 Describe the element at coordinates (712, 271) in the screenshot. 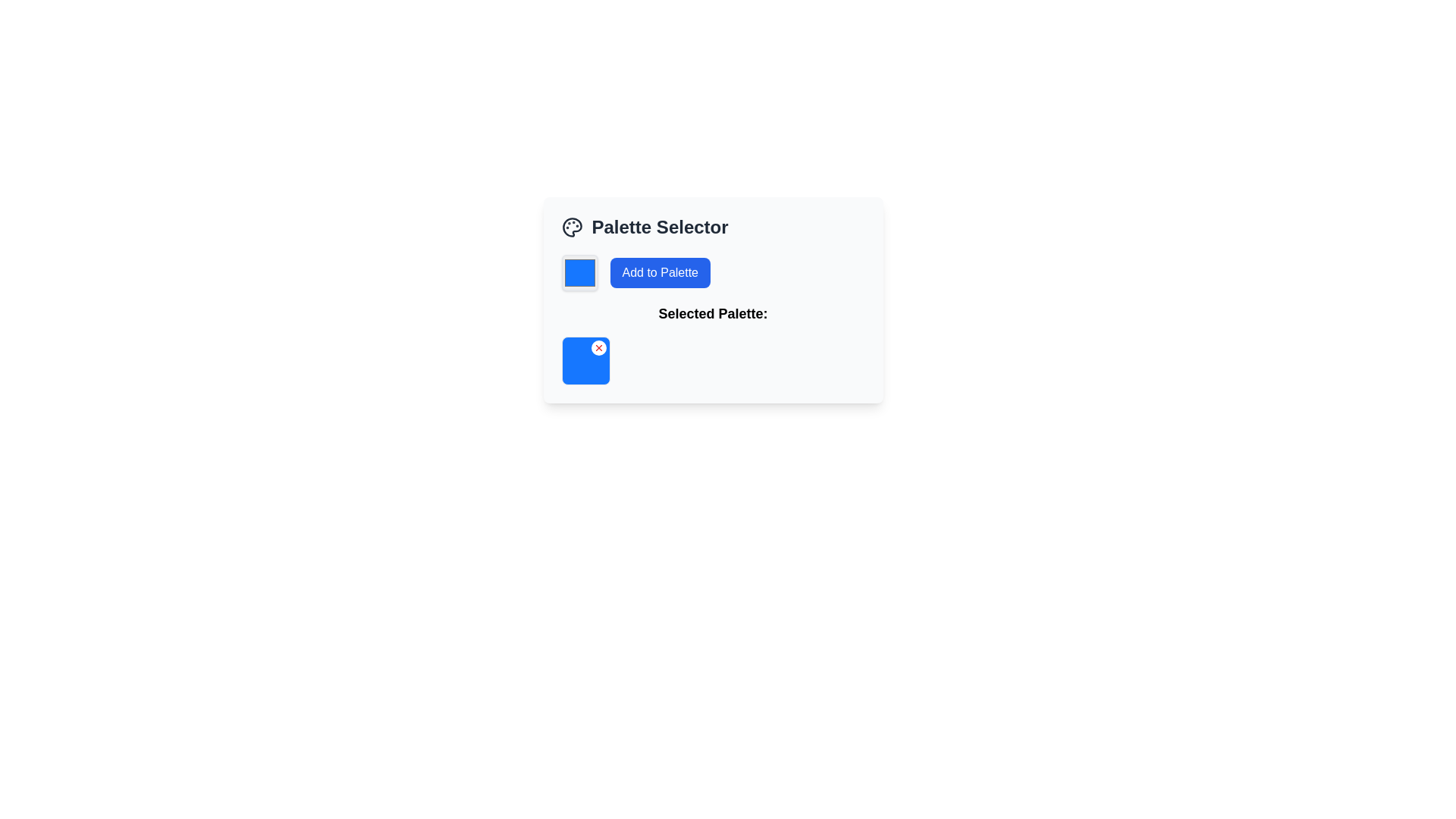

I see `the 'Add to Palette' button in the 'Palette Selector' section` at that location.